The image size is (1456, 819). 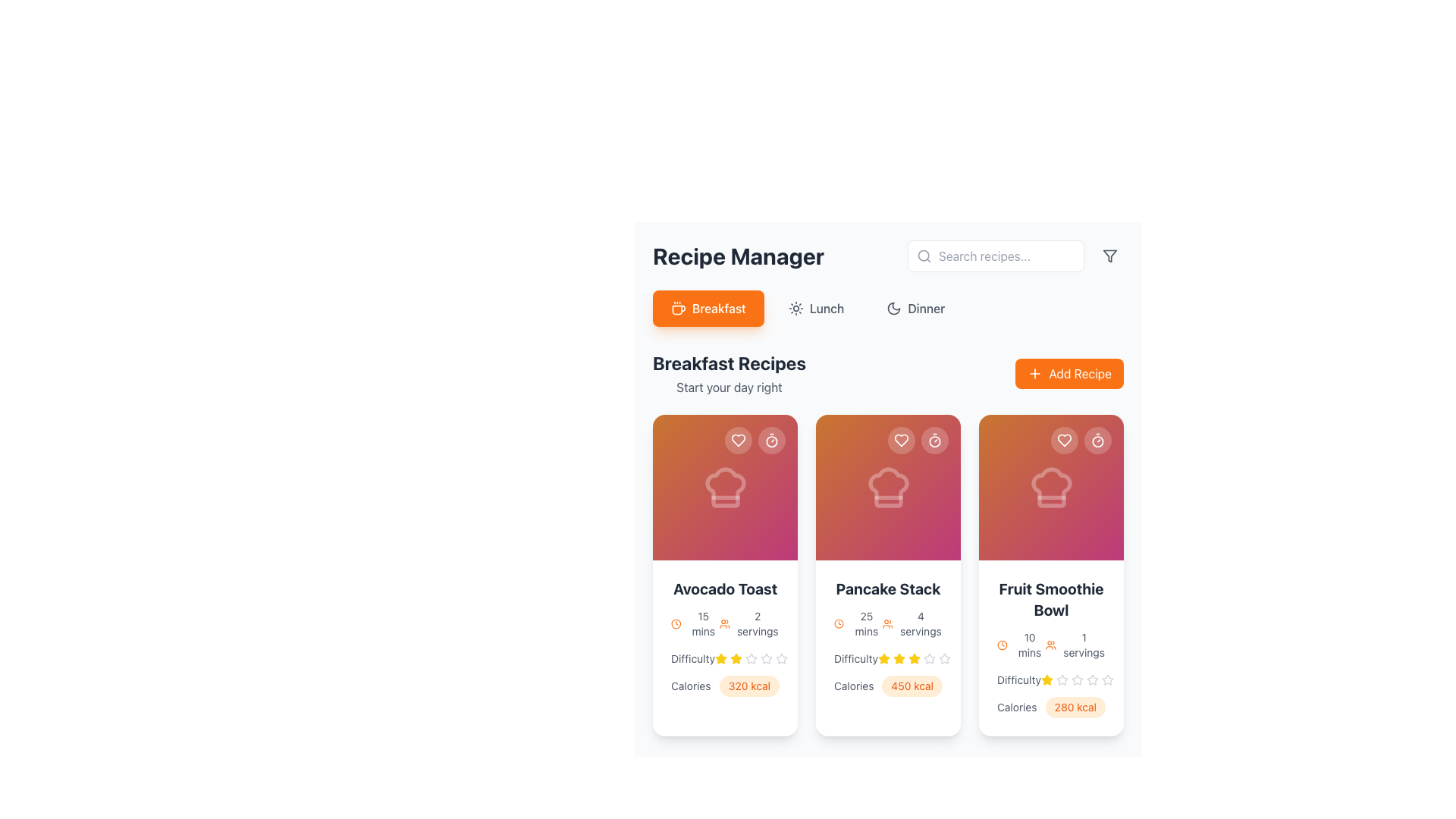 What do you see at coordinates (1050, 648) in the screenshot?
I see `the individual details such as difficulty stars or servings on the Informational display card for the Fruit Smoothie Bowl recipe, which is located on the rightmost of the three recipe cards in the Breakfast Recipes section` at bounding box center [1050, 648].